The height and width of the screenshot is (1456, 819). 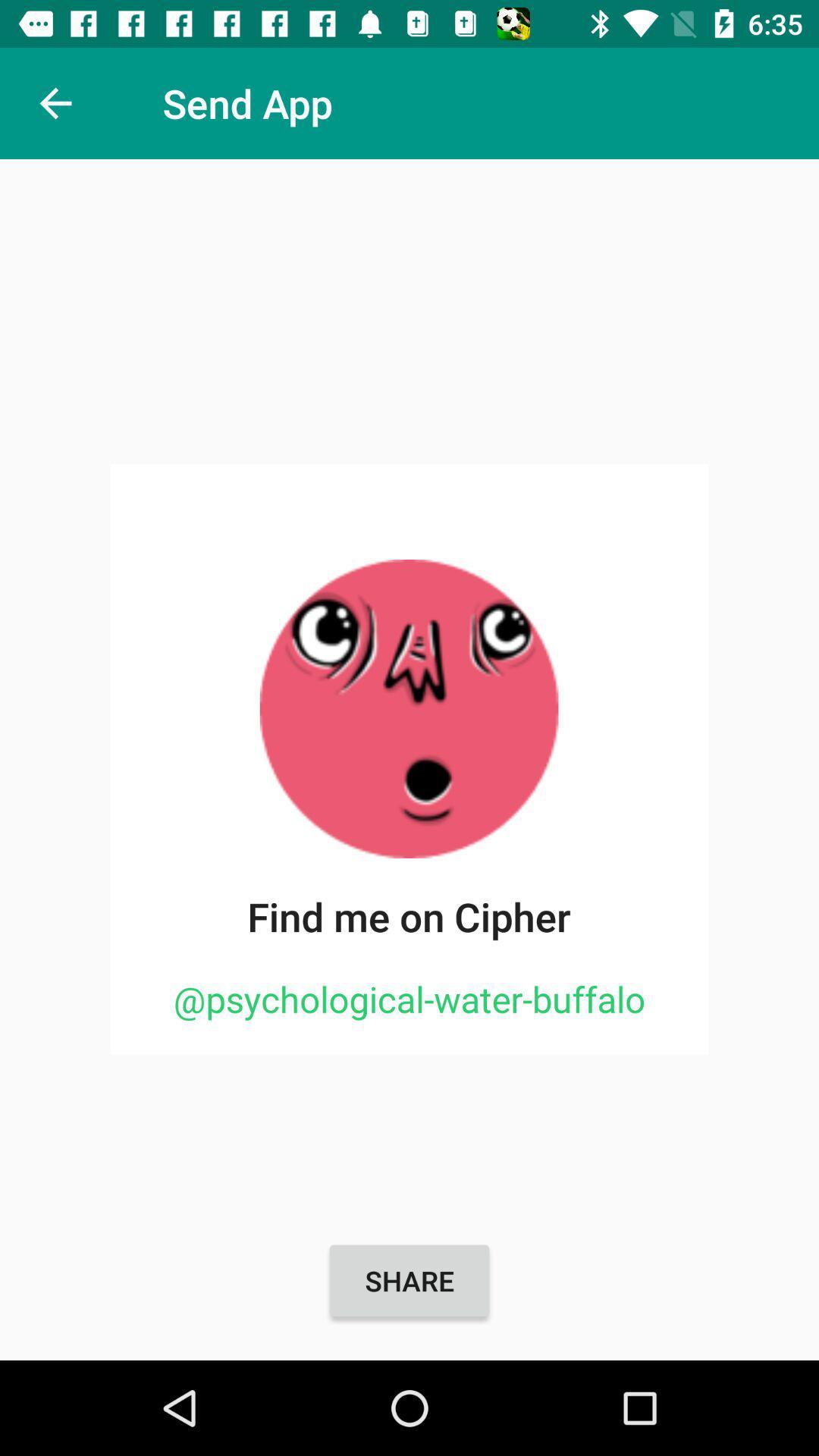 I want to click on item to the left of the   send app, so click(x=55, y=102).